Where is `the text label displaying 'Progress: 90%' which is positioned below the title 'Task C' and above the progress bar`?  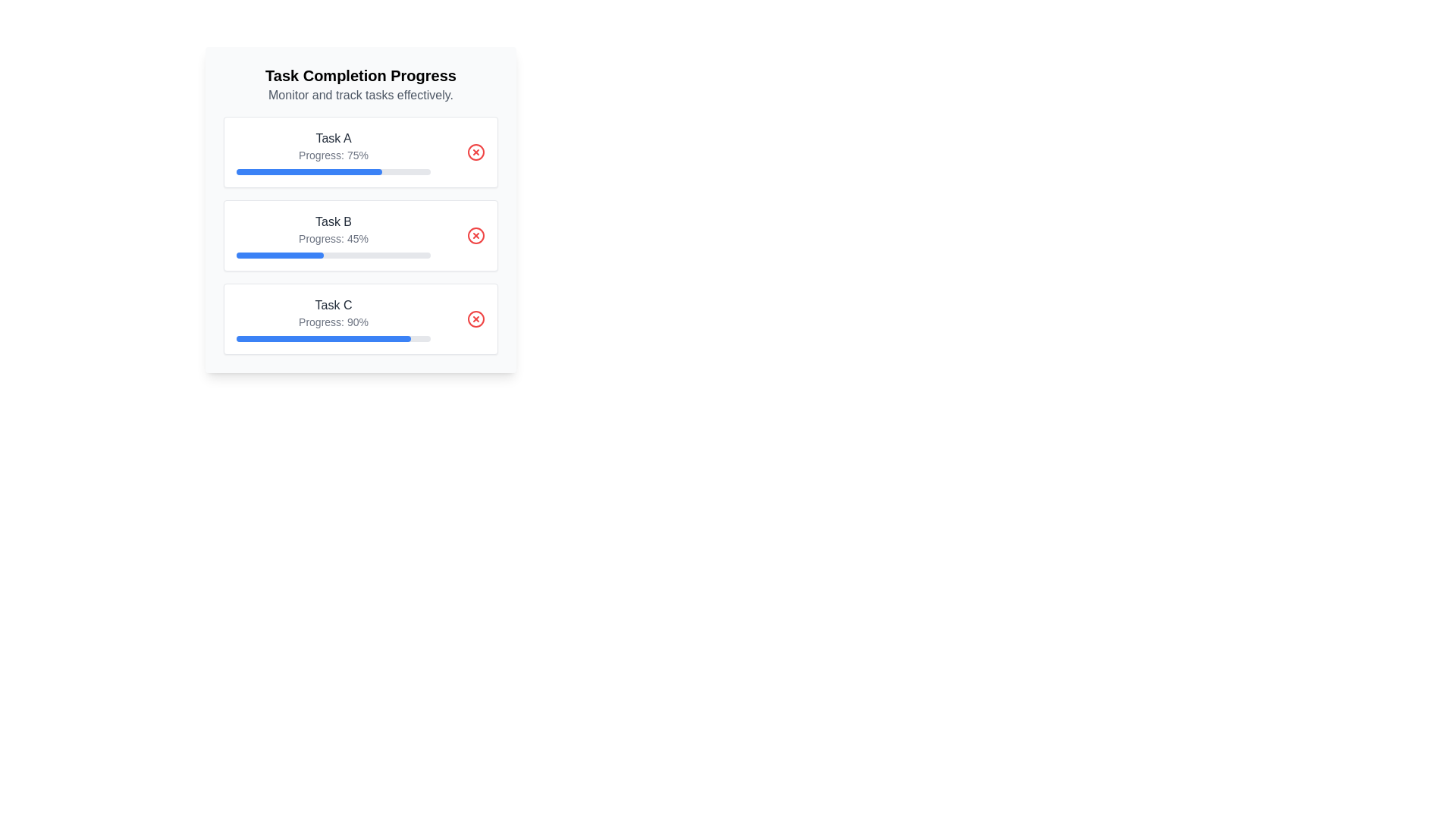
the text label displaying 'Progress: 90%' which is positioned below the title 'Task C' and above the progress bar is located at coordinates (333, 321).